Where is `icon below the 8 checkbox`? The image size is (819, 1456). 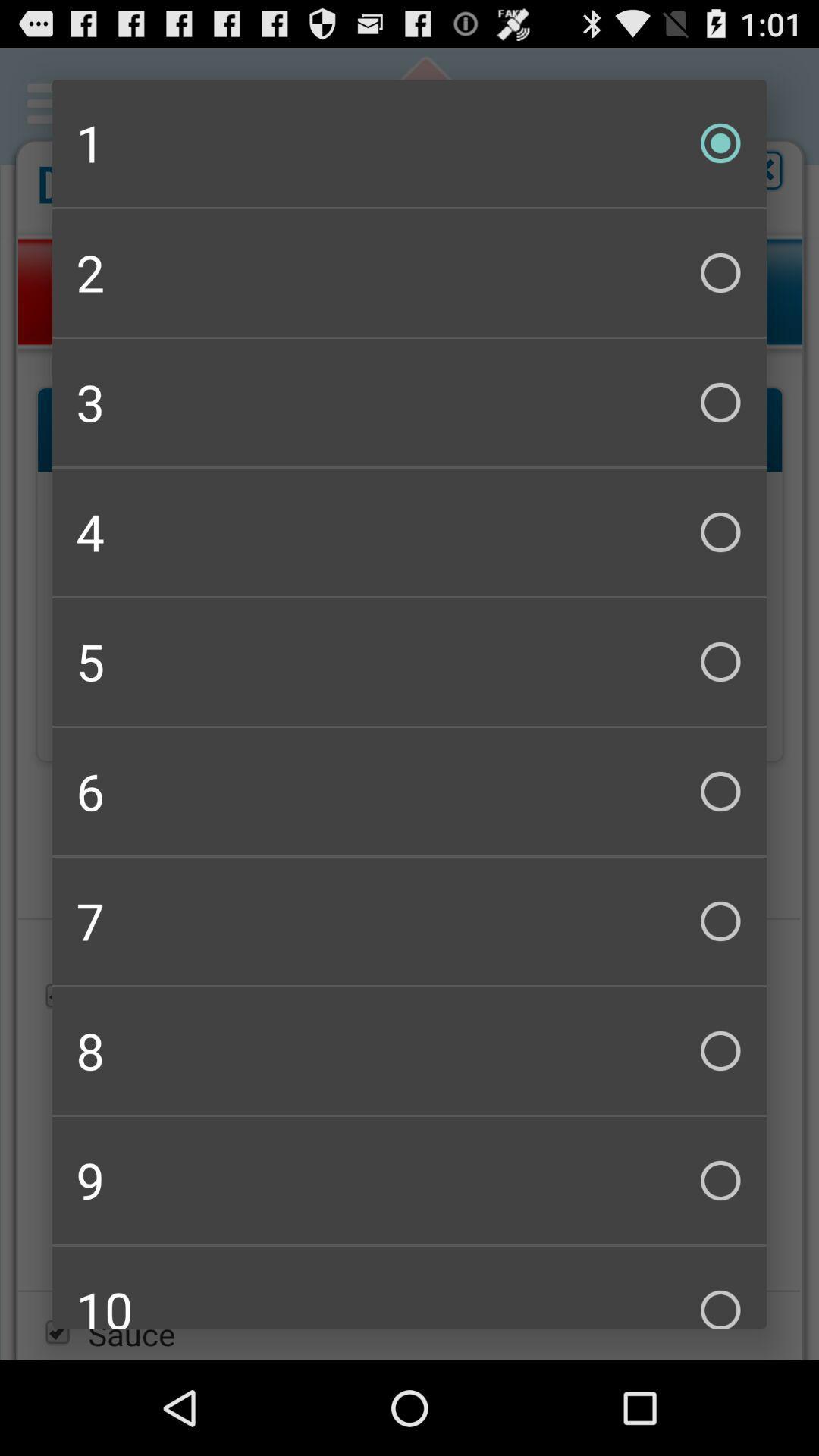
icon below the 8 checkbox is located at coordinates (409, 1179).